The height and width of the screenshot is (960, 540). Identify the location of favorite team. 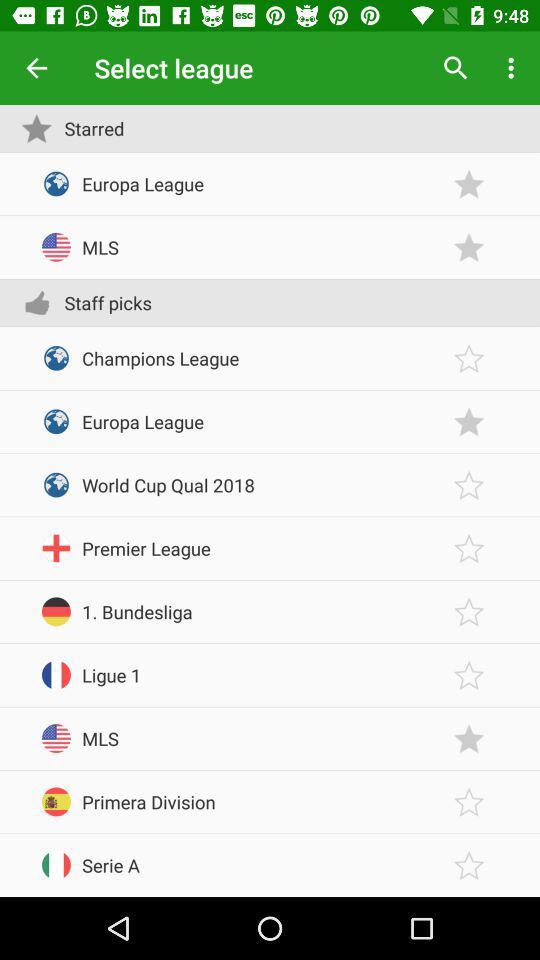
(469, 802).